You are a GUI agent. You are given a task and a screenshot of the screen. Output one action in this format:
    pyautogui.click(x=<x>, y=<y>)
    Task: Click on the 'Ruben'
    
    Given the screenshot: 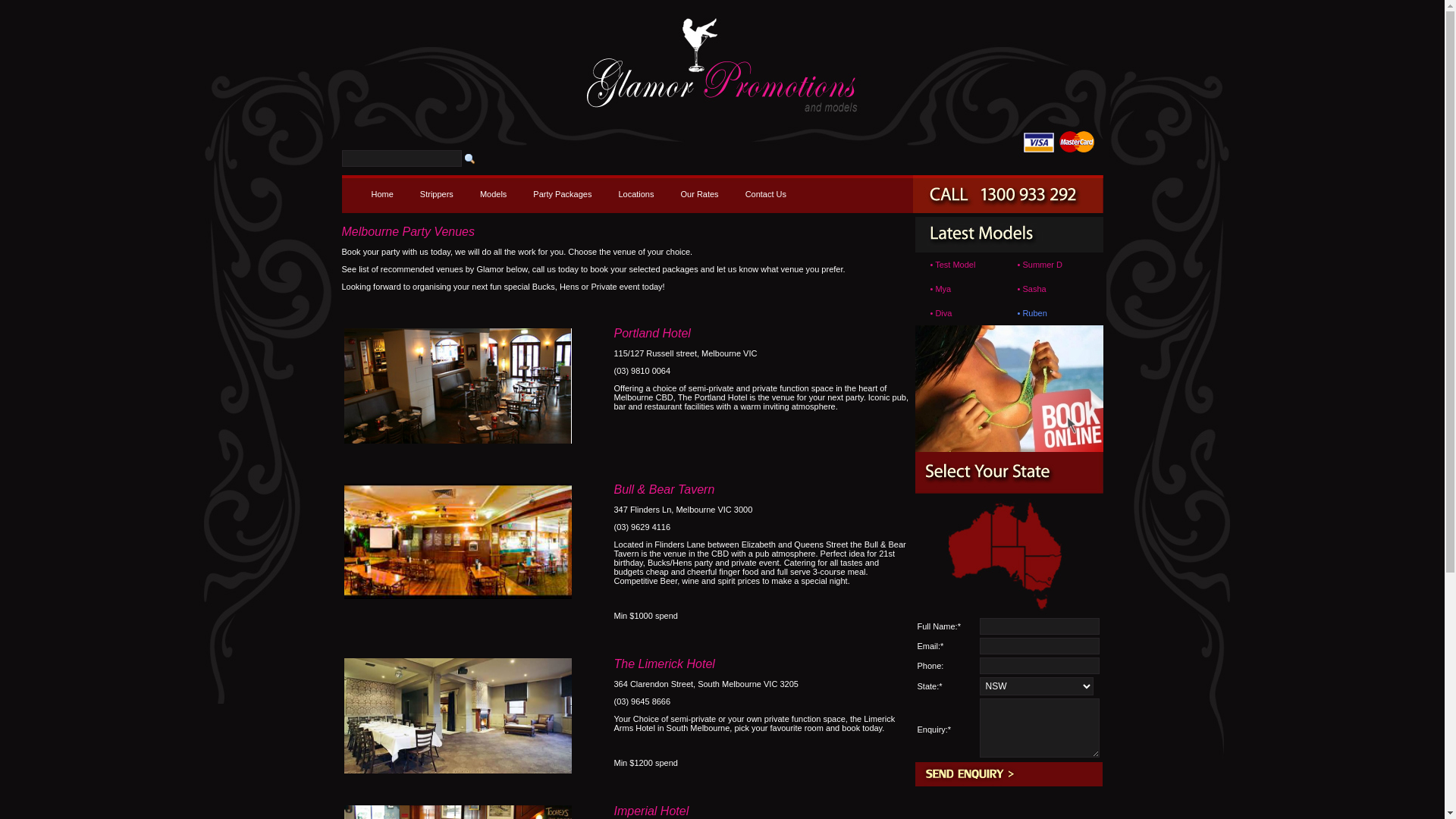 What is the action you would take?
    pyautogui.click(x=1033, y=312)
    